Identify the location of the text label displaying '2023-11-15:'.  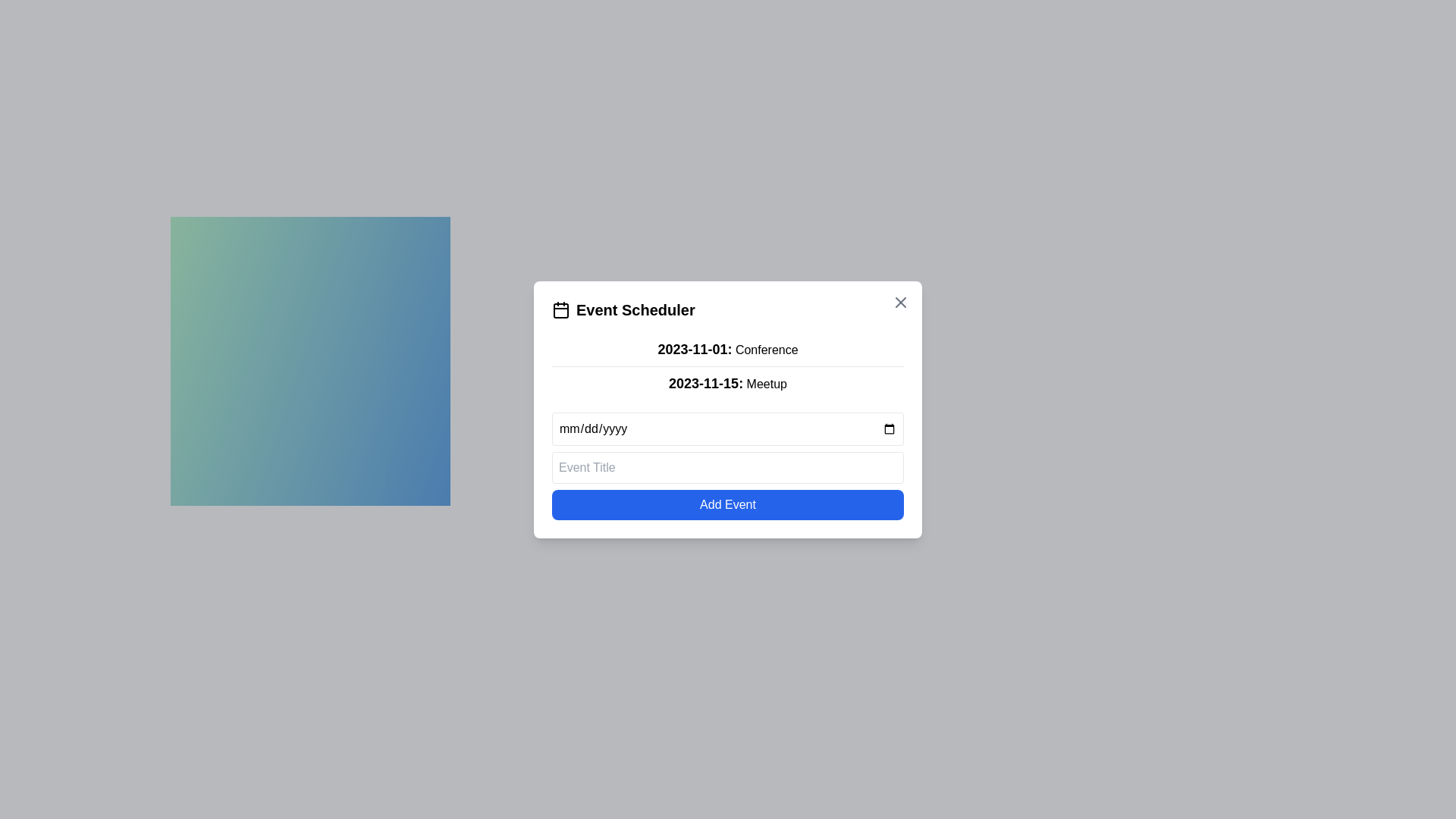
(705, 382).